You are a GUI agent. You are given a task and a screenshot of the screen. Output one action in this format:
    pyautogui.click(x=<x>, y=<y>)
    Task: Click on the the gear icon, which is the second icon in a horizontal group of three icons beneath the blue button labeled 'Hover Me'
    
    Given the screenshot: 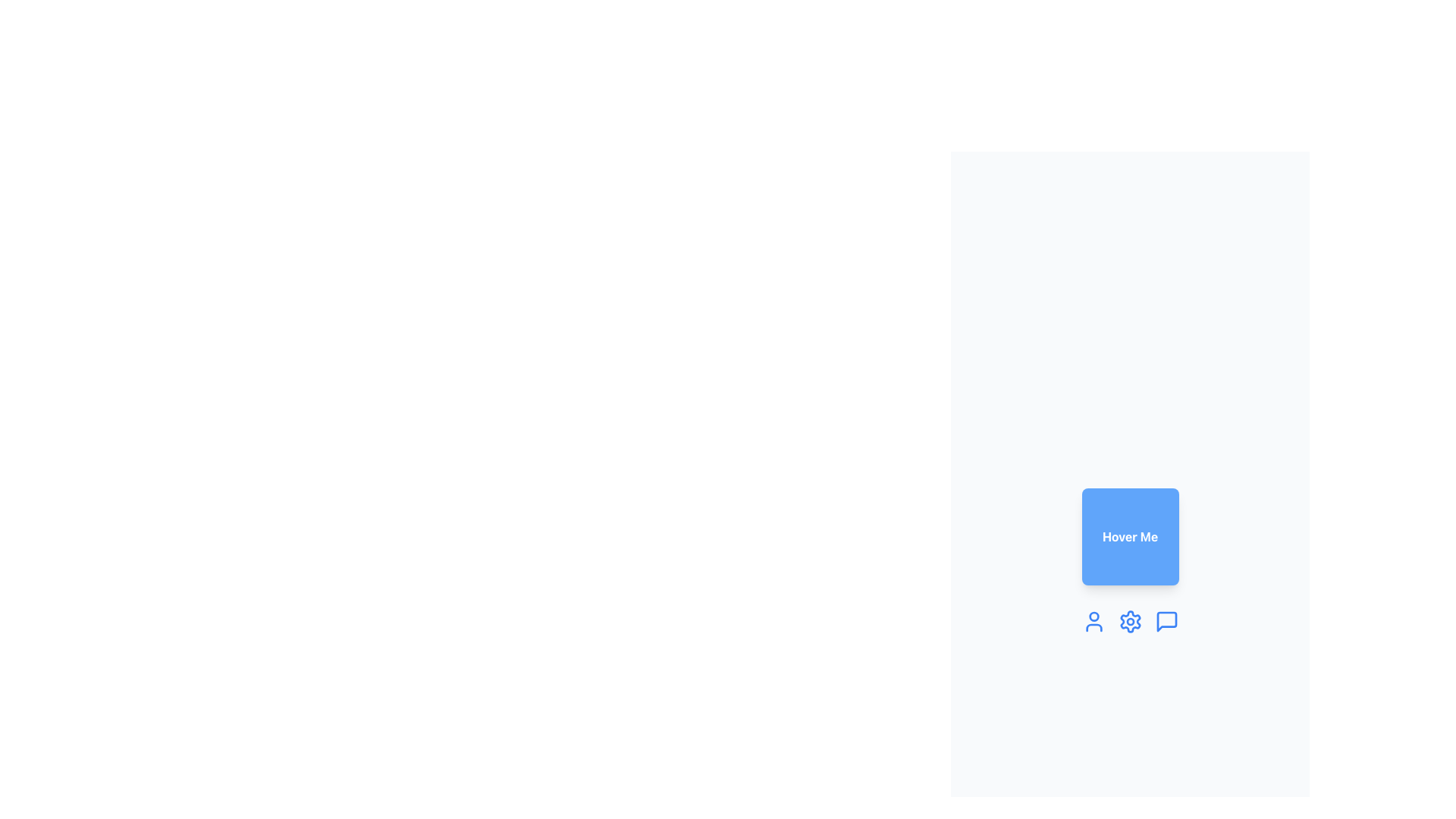 What is the action you would take?
    pyautogui.click(x=1130, y=622)
    